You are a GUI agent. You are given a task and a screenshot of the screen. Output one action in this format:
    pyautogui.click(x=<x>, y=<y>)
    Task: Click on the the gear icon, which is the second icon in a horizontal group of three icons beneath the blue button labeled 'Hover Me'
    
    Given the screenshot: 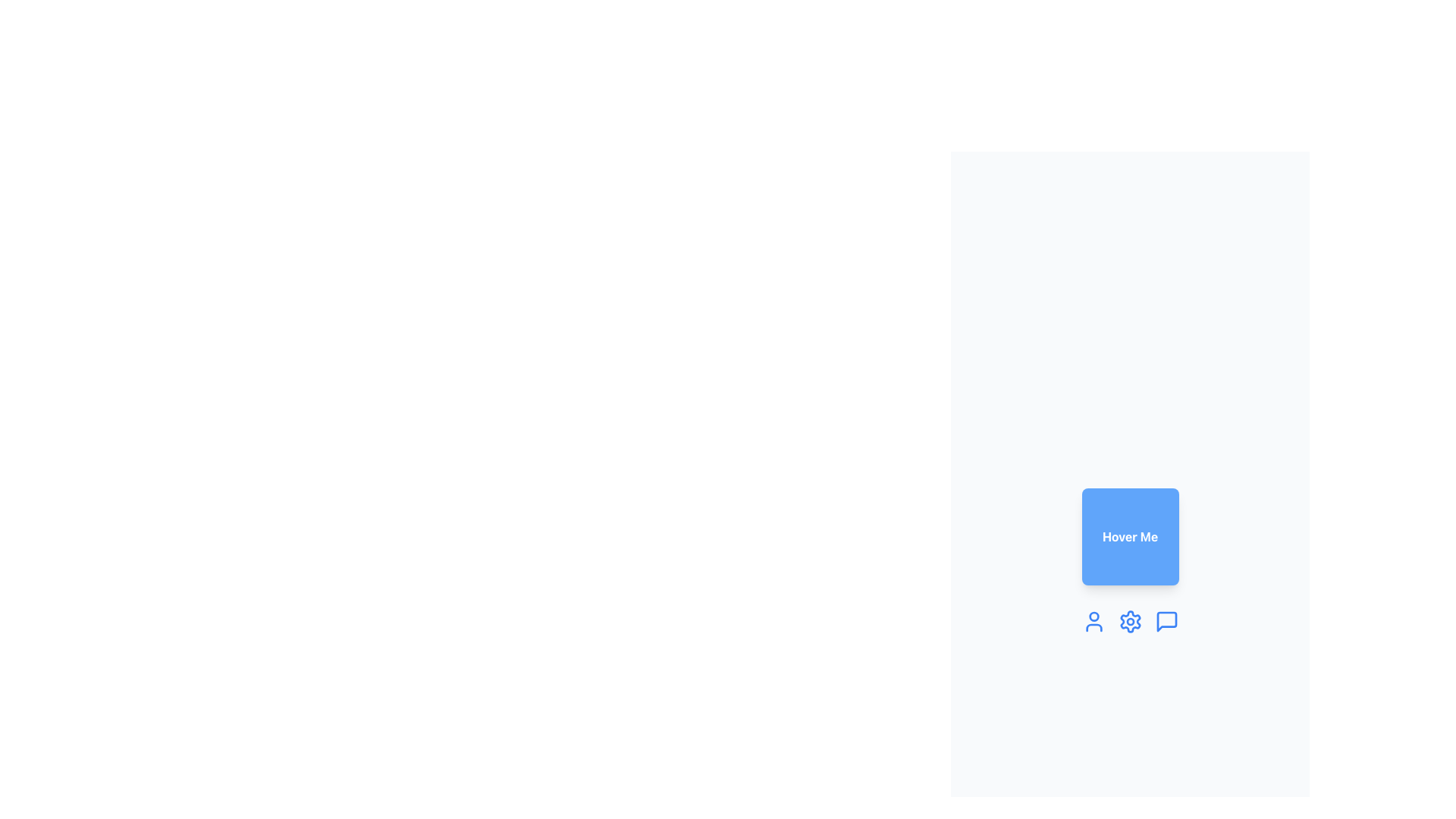 What is the action you would take?
    pyautogui.click(x=1130, y=622)
    